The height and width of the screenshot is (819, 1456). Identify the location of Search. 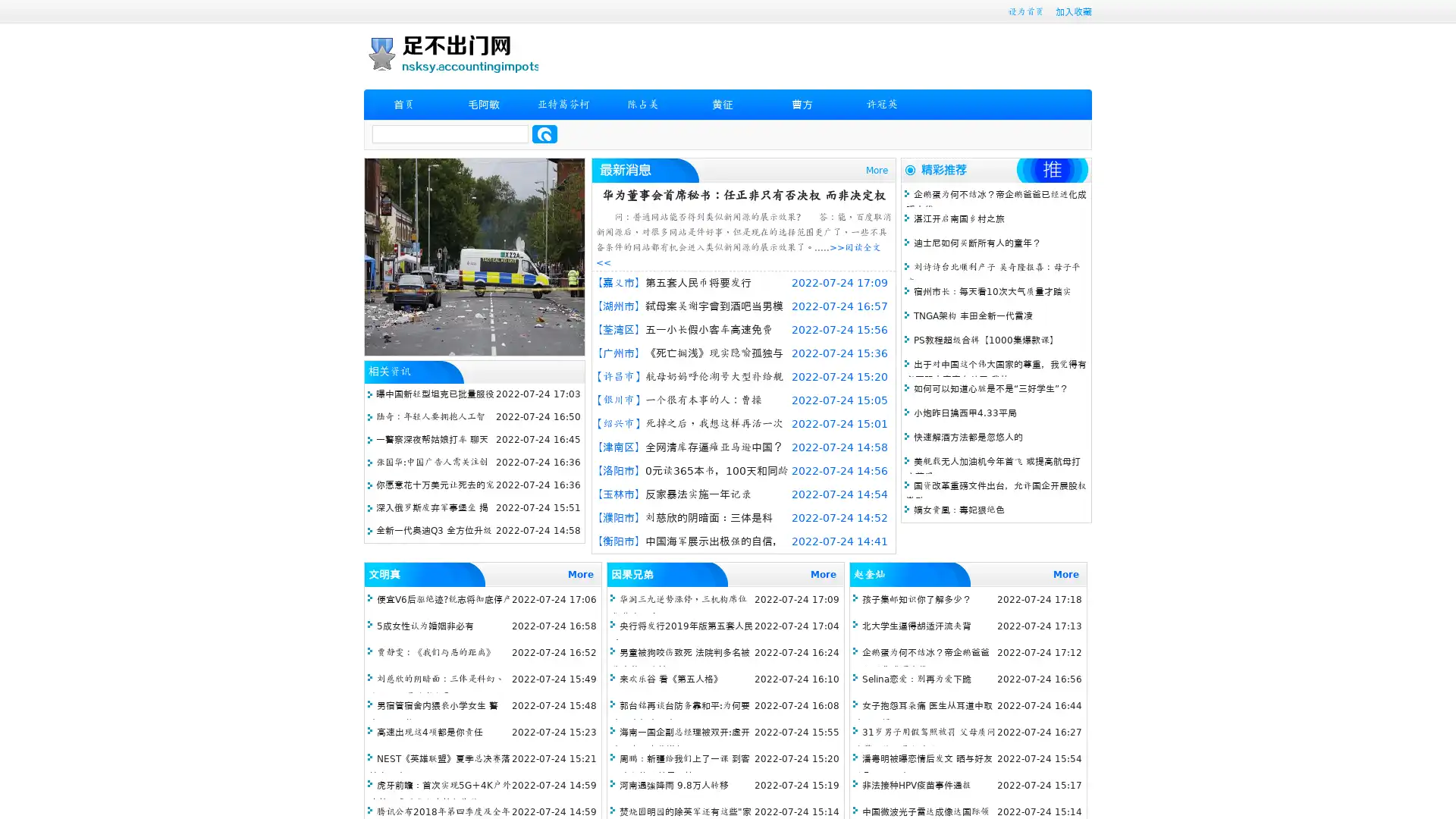
(544, 133).